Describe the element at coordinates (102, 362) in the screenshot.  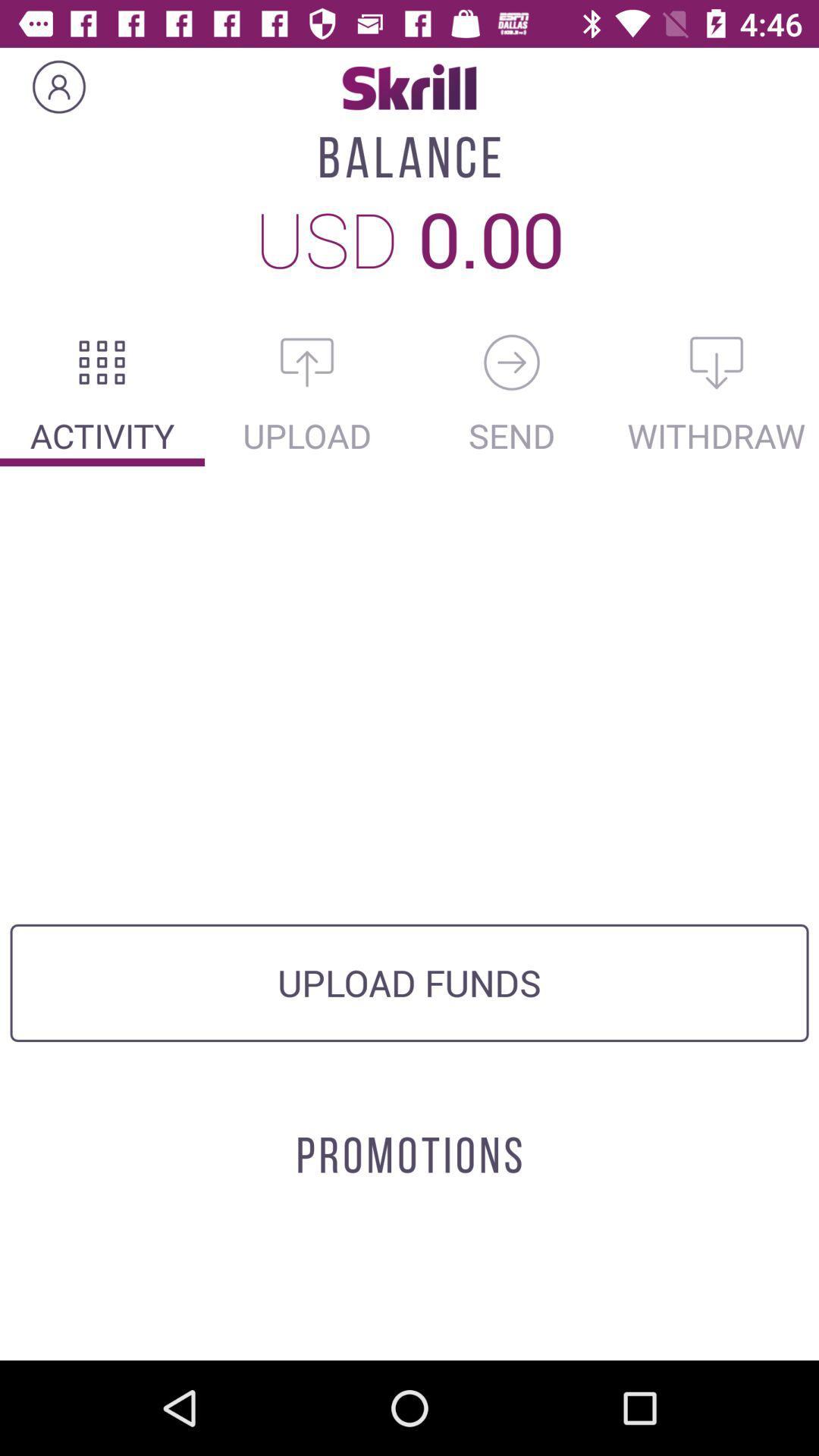
I see `the activities section` at that location.